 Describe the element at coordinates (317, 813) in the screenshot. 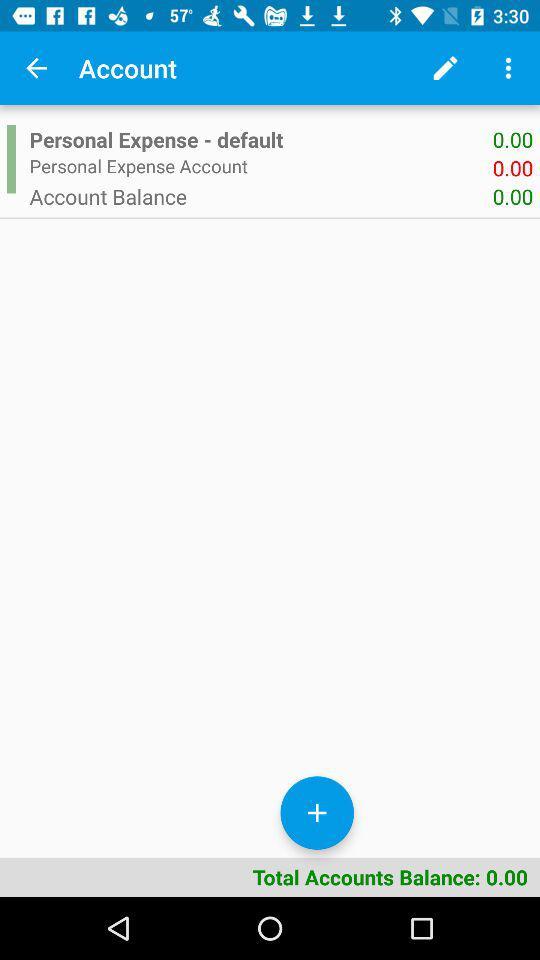

I see `new account` at that location.